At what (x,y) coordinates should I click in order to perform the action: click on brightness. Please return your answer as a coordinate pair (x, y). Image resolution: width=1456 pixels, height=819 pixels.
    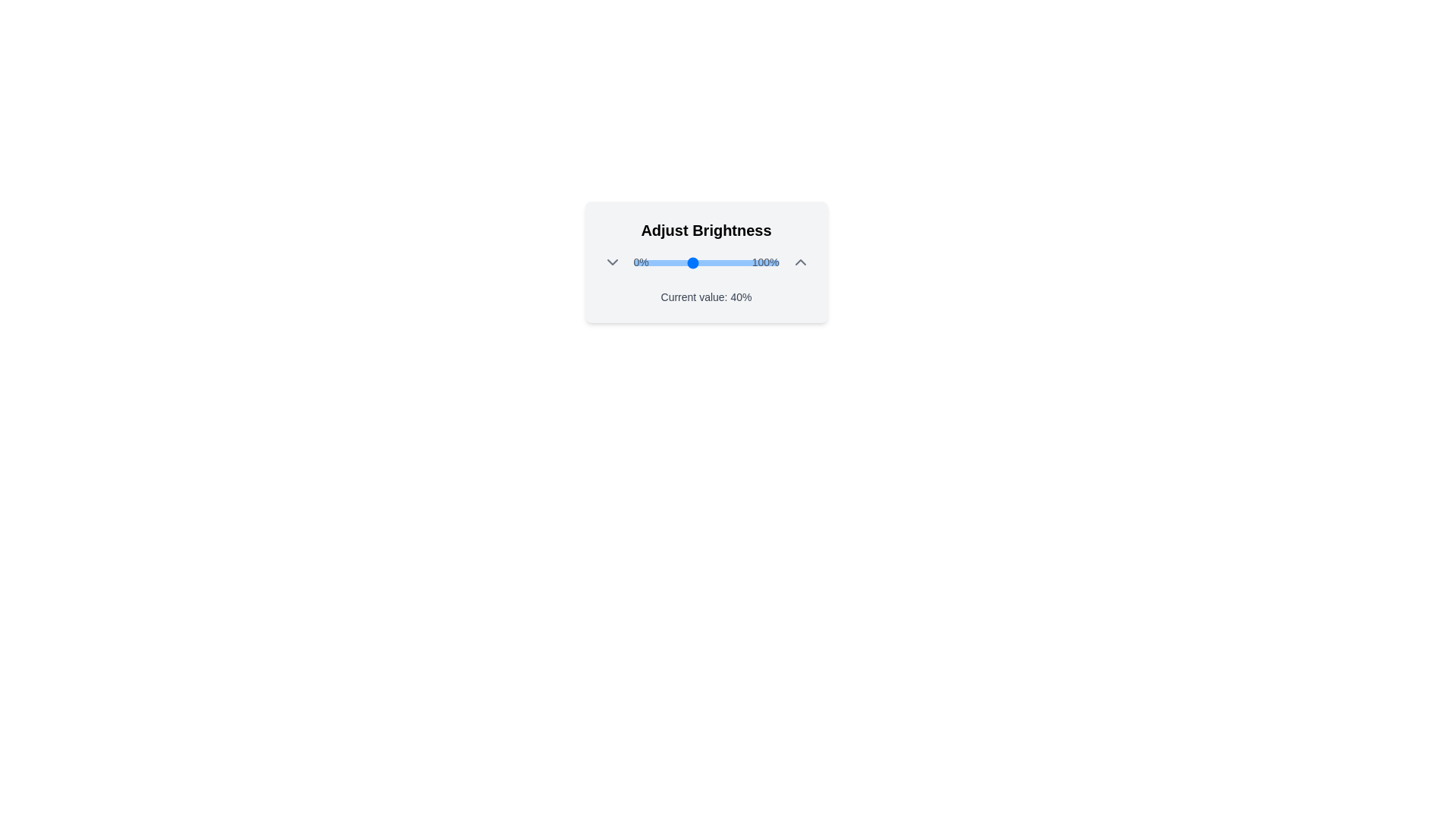
    Looking at the image, I should click on (731, 262).